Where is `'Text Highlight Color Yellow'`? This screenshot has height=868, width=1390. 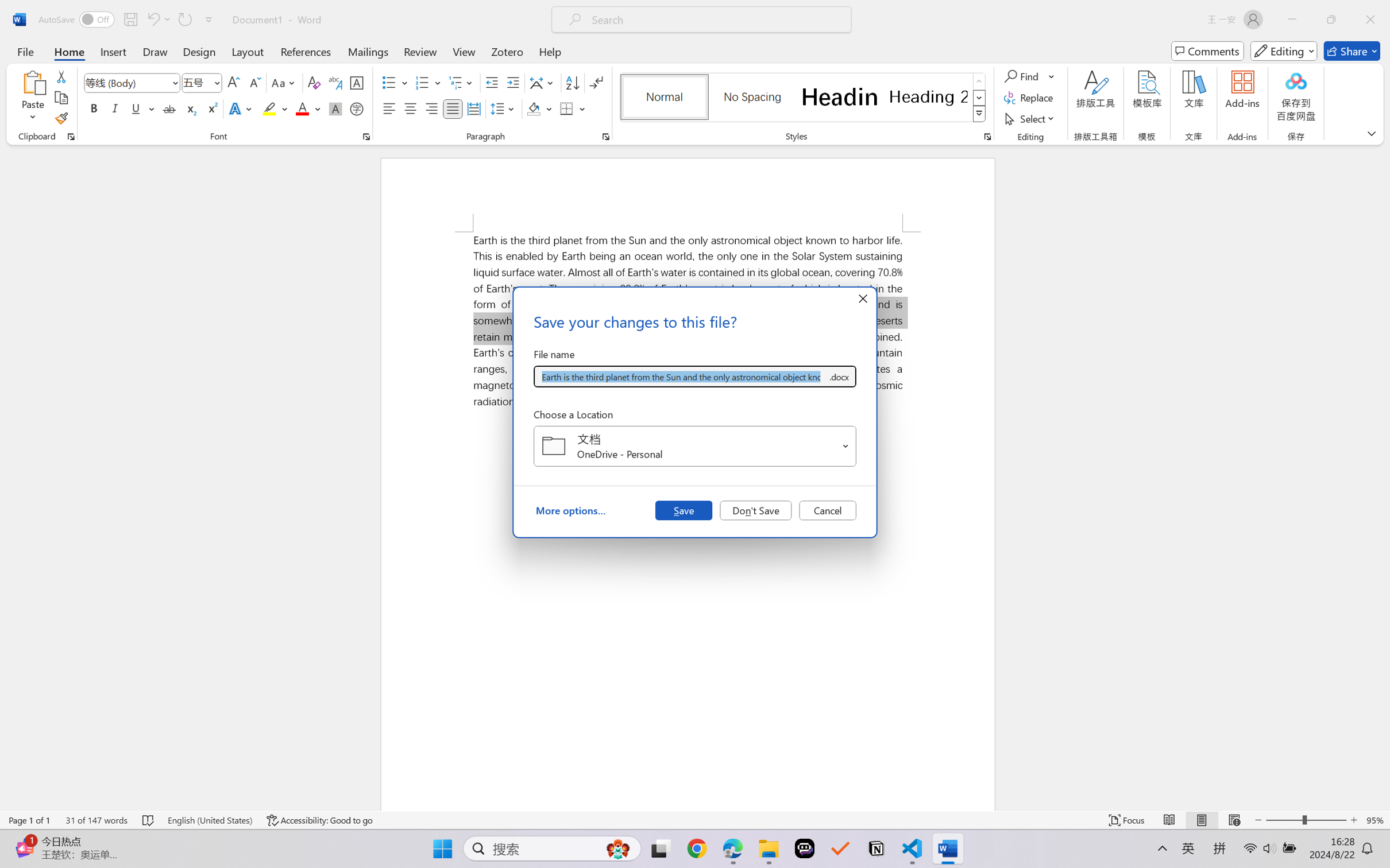
'Text Highlight Color Yellow' is located at coordinates (269, 108).